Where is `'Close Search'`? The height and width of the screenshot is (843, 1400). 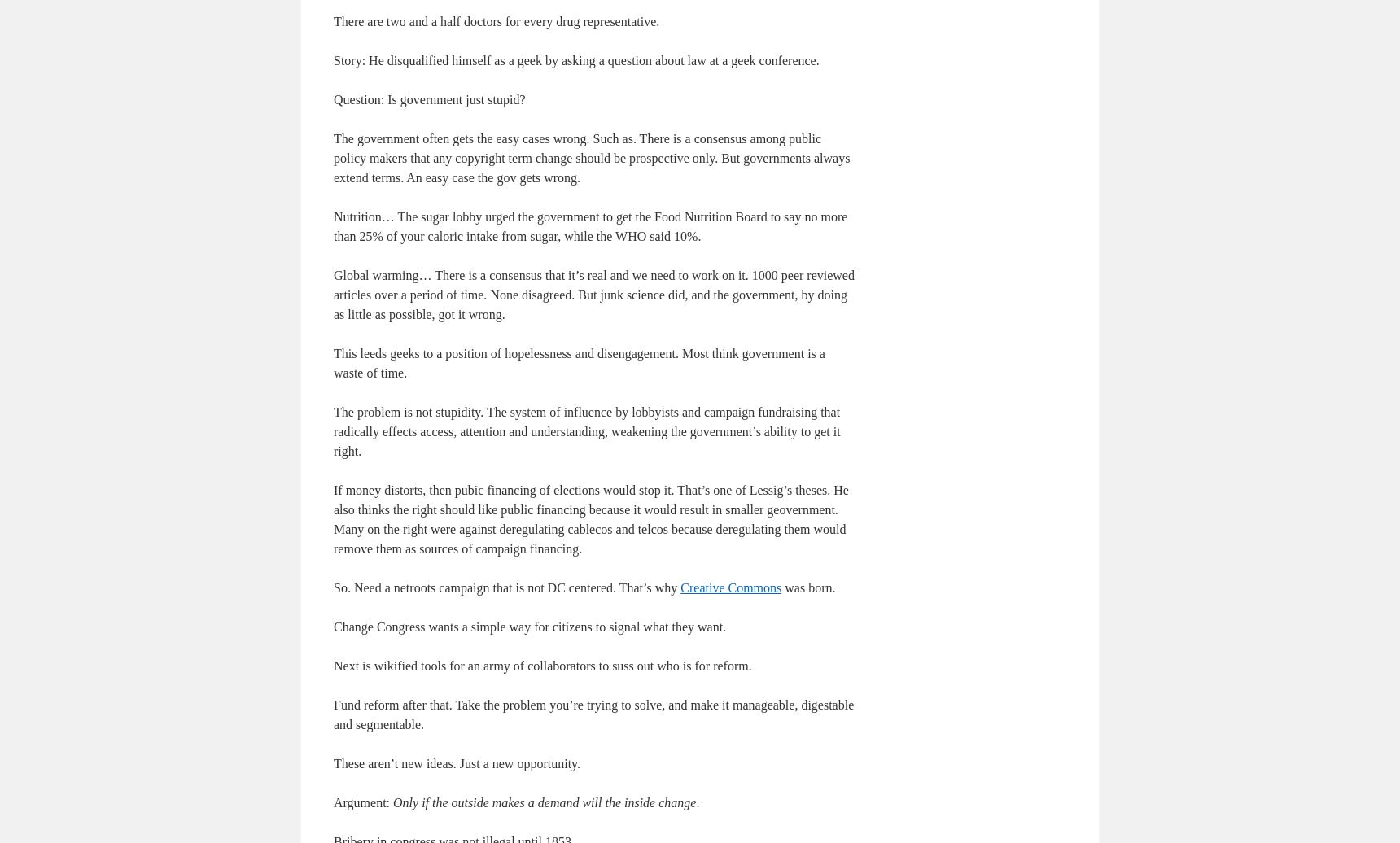 'Close Search' is located at coordinates (1332, 697).